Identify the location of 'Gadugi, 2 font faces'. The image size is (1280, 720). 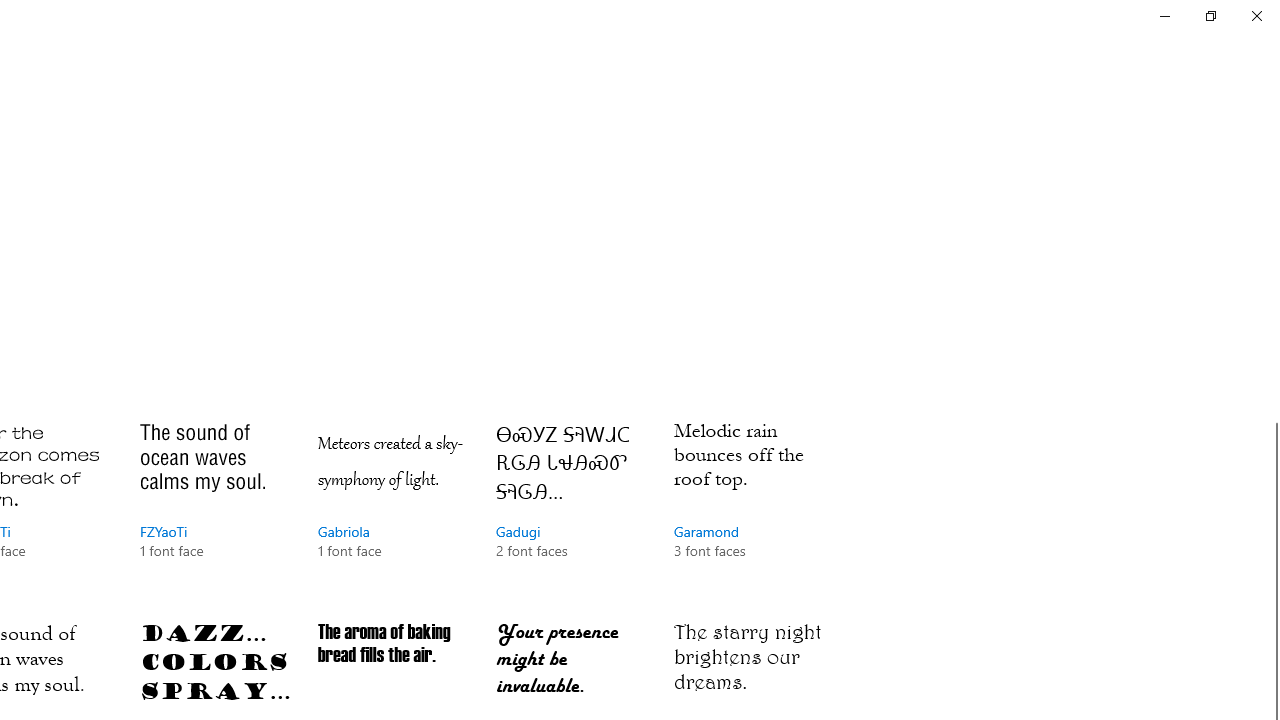
(569, 508).